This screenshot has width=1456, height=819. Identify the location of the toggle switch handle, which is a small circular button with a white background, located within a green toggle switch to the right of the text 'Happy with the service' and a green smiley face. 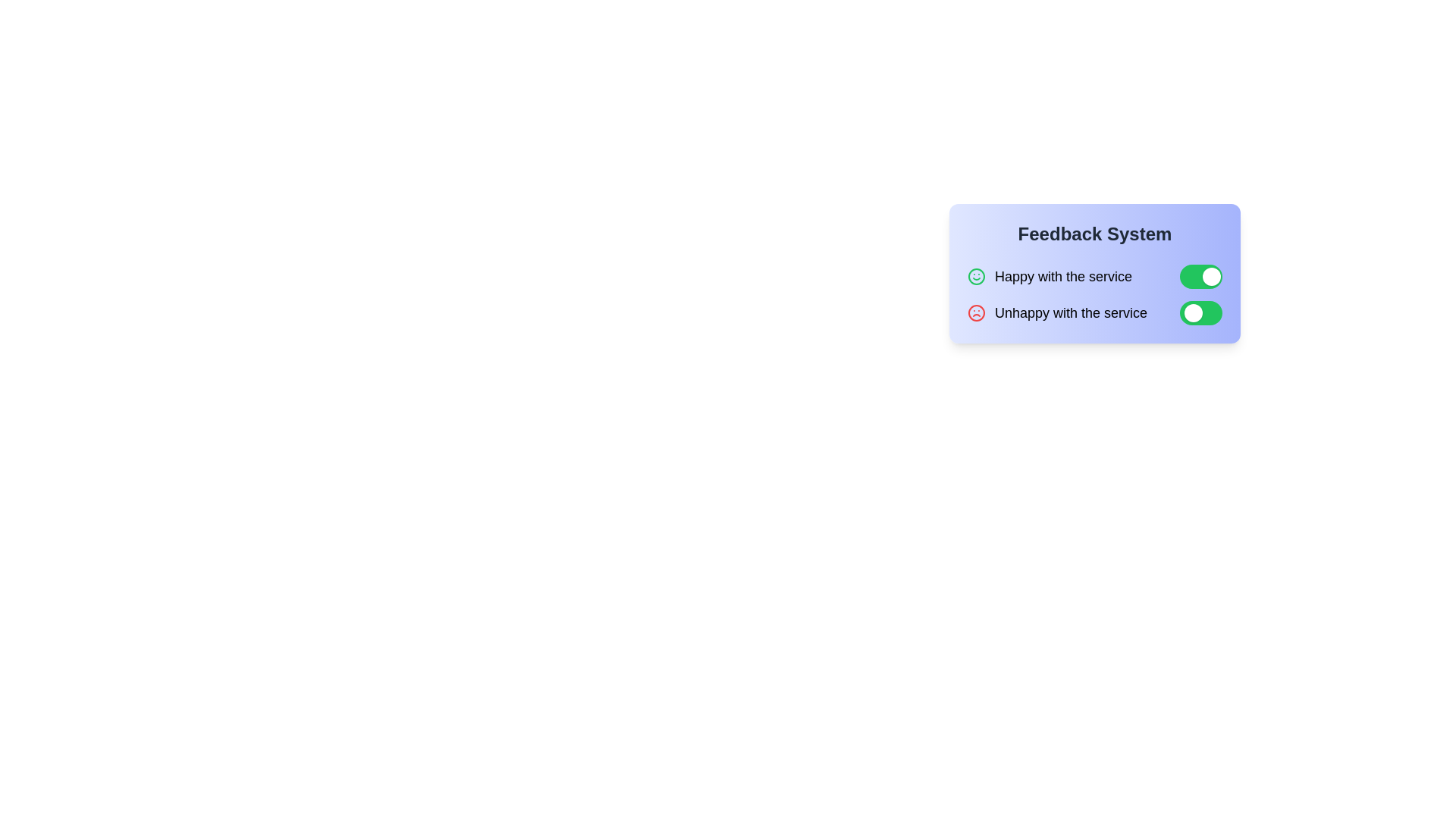
(1211, 277).